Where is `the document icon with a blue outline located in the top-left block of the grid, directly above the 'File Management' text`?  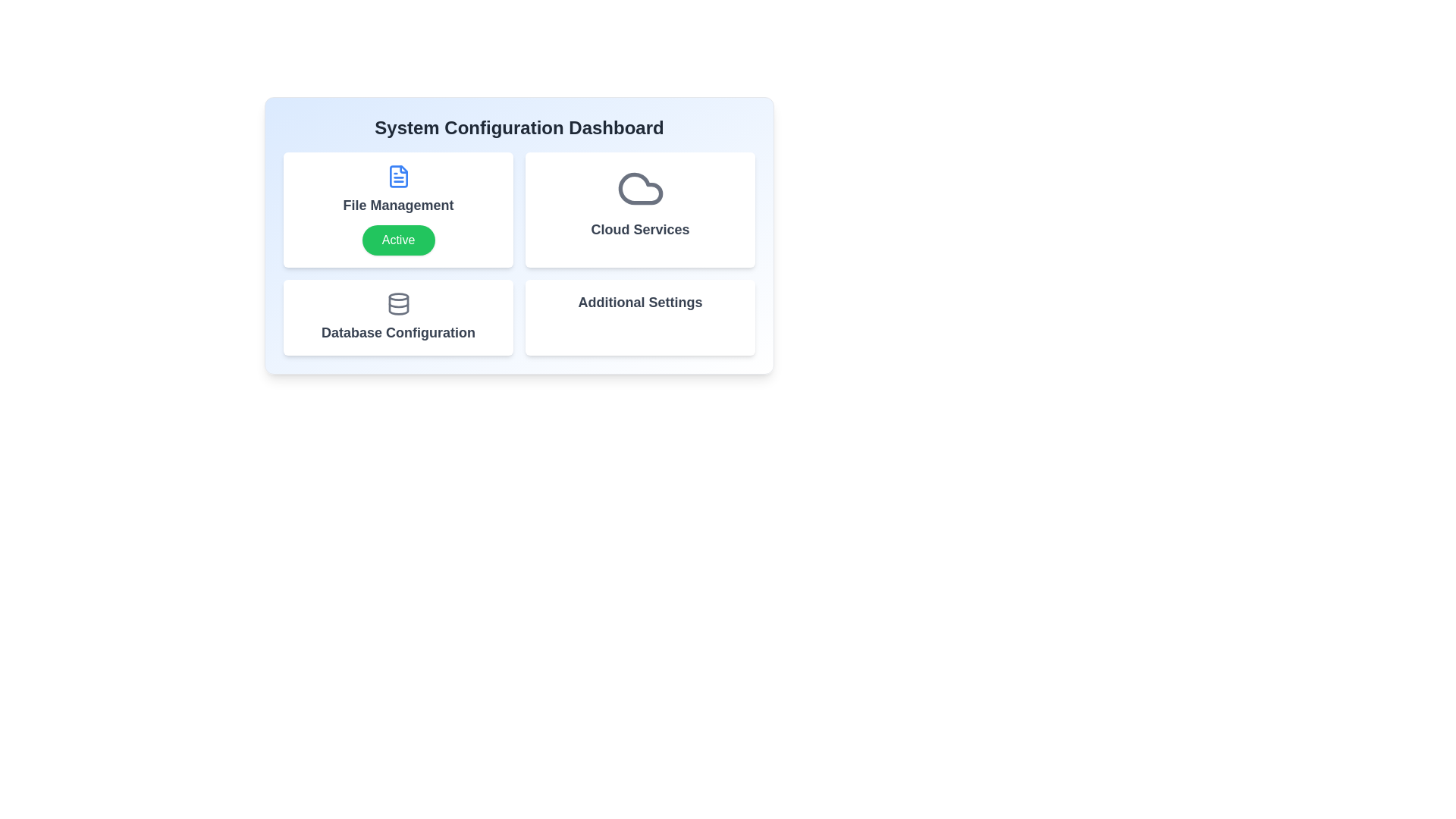
the document icon with a blue outline located in the top-left block of the grid, directly above the 'File Management' text is located at coordinates (398, 175).